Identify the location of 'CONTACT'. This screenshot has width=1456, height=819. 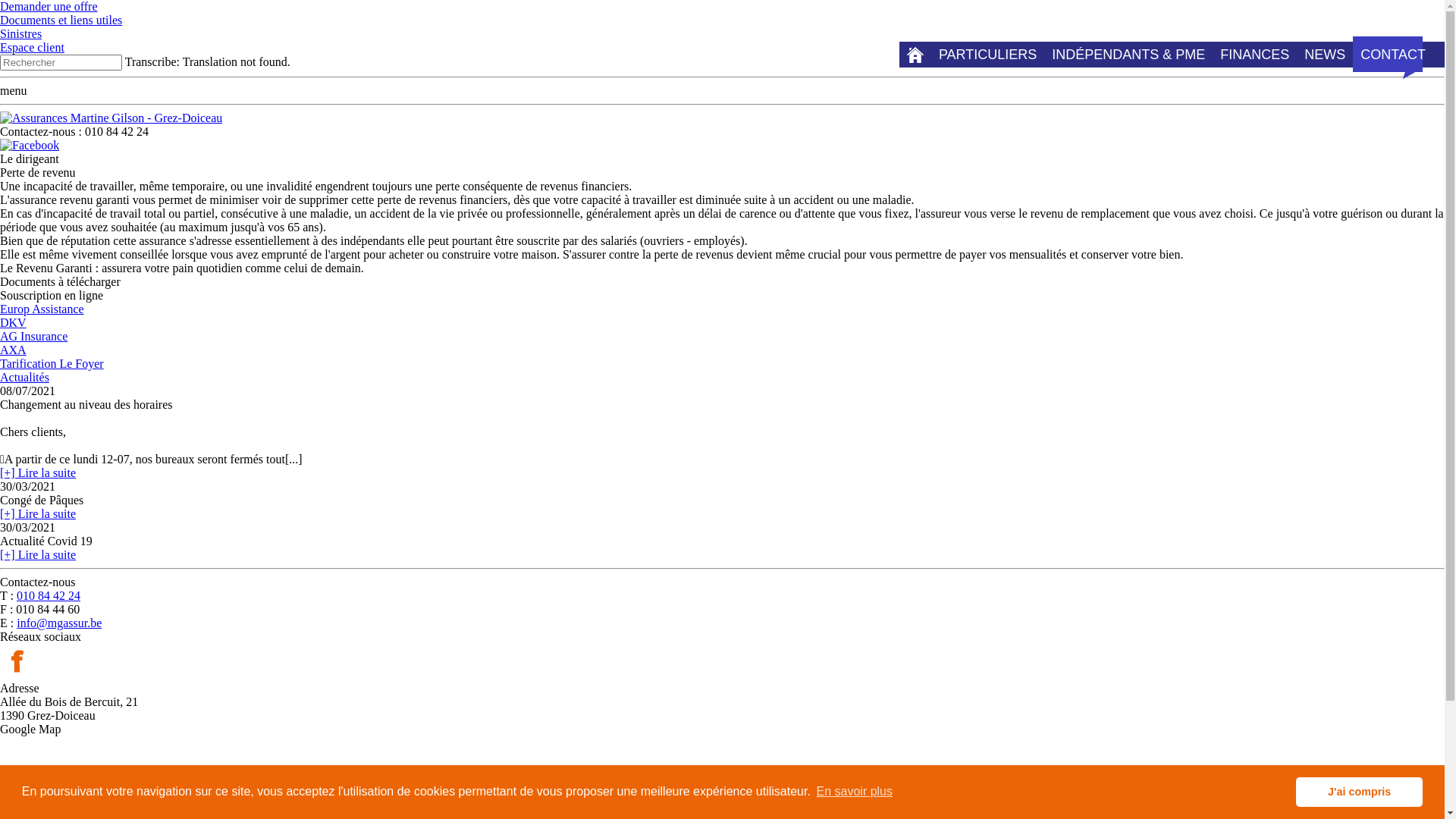
(1393, 60).